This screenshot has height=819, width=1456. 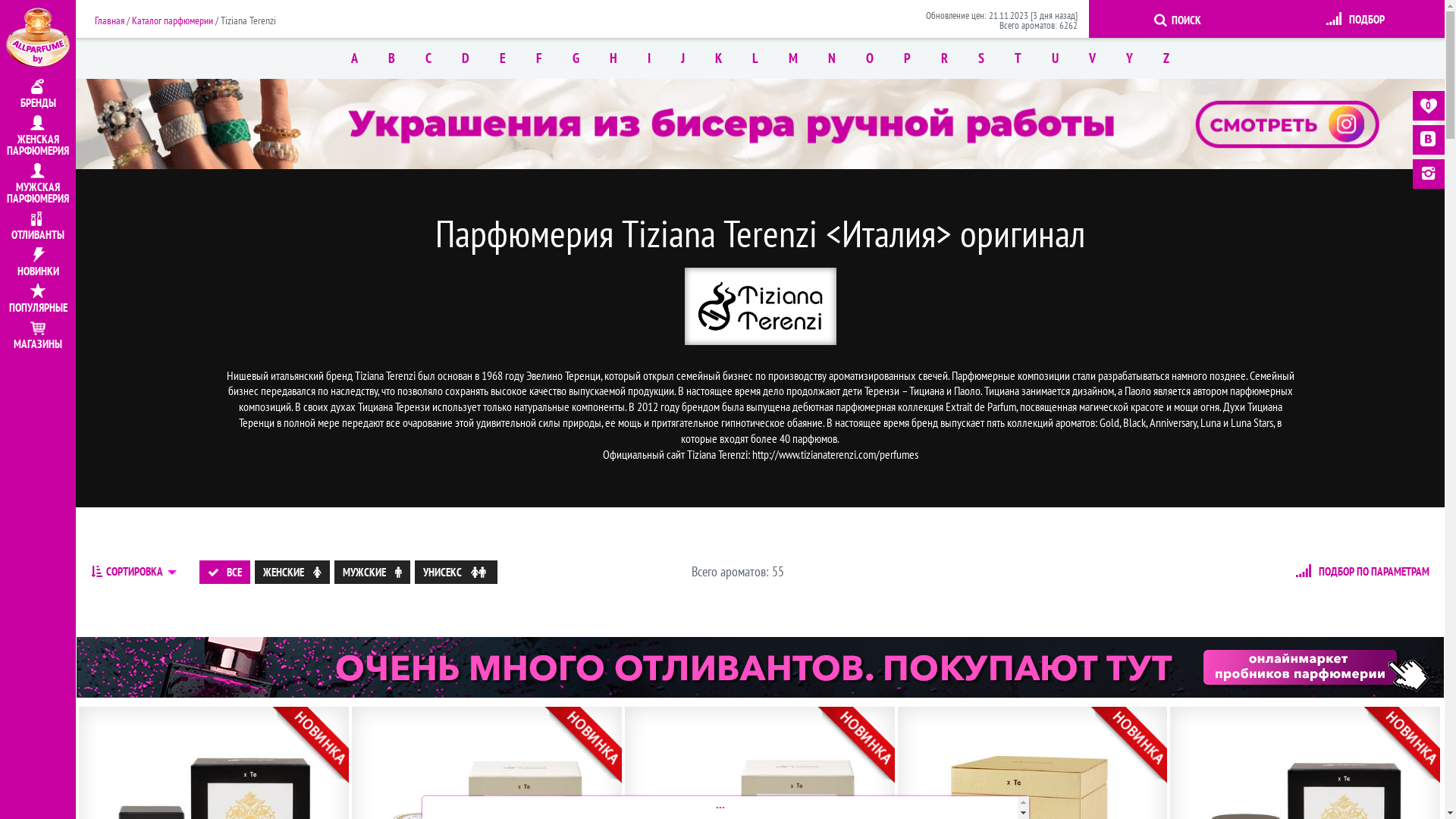 What do you see at coordinates (792, 58) in the screenshot?
I see `'M'` at bounding box center [792, 58].